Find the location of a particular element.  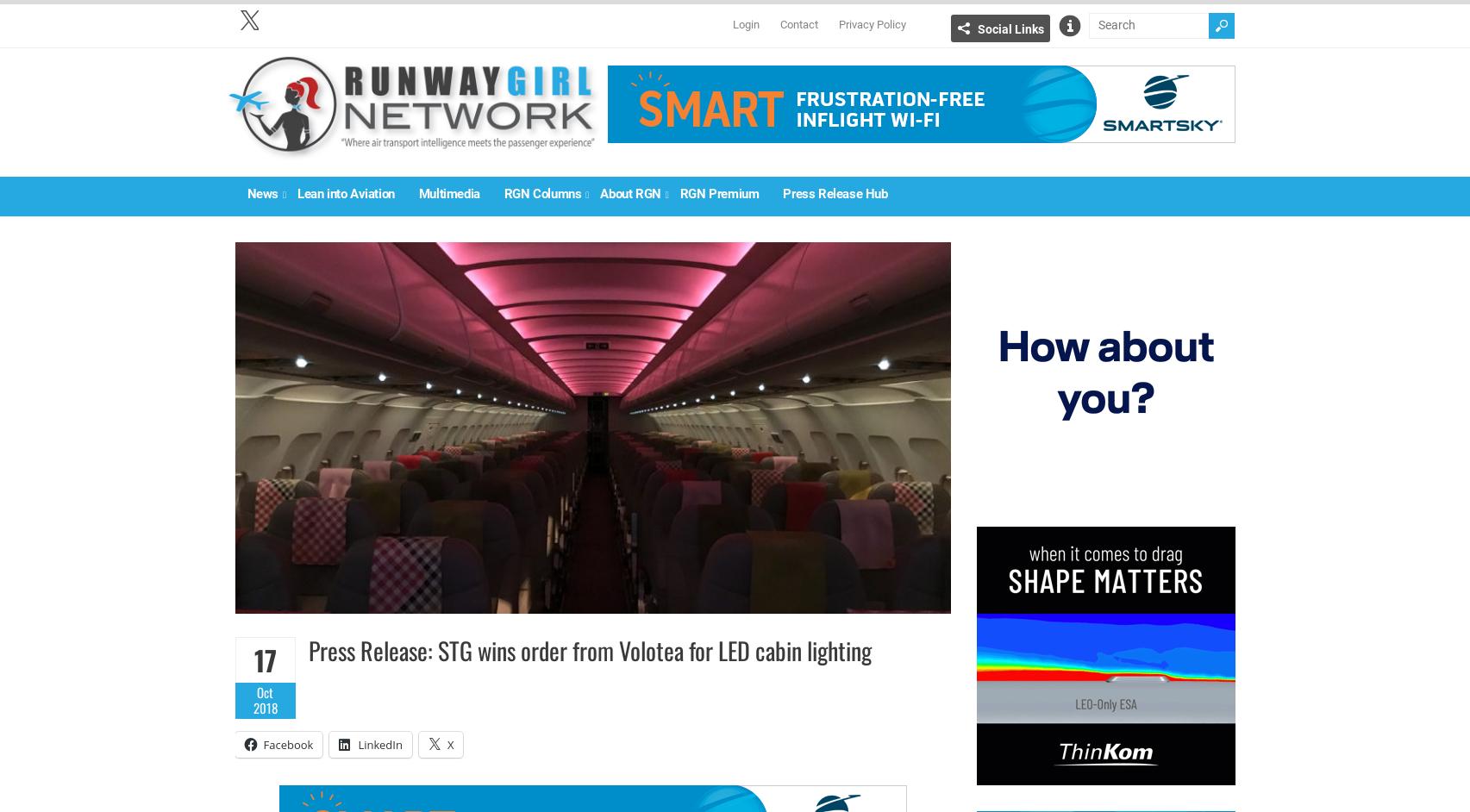

'Oct' is located at coordinates (264, 690).